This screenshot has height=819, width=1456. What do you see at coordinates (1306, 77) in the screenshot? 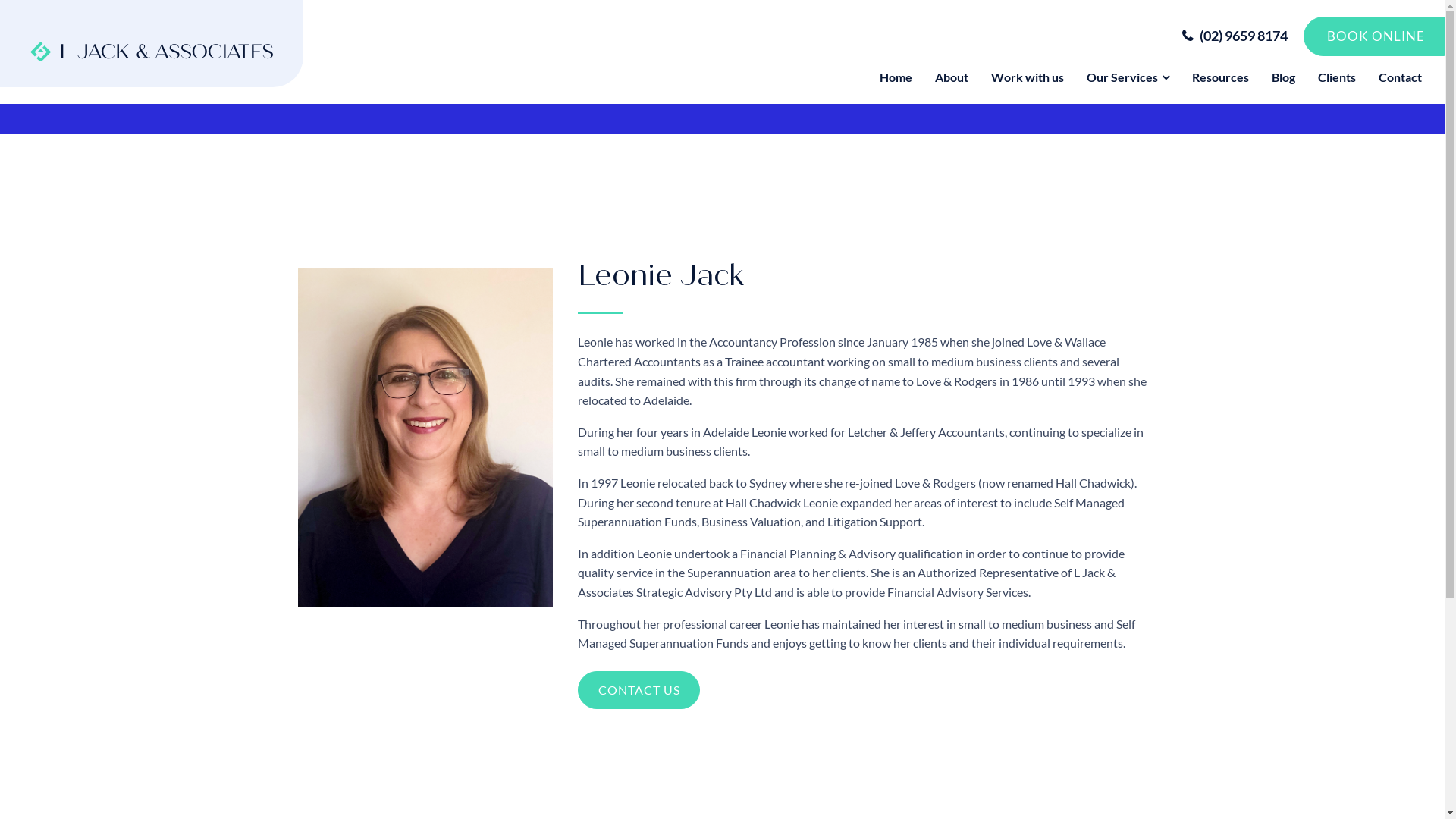
I see `'Clients'` at bounding box center [1306, 77].